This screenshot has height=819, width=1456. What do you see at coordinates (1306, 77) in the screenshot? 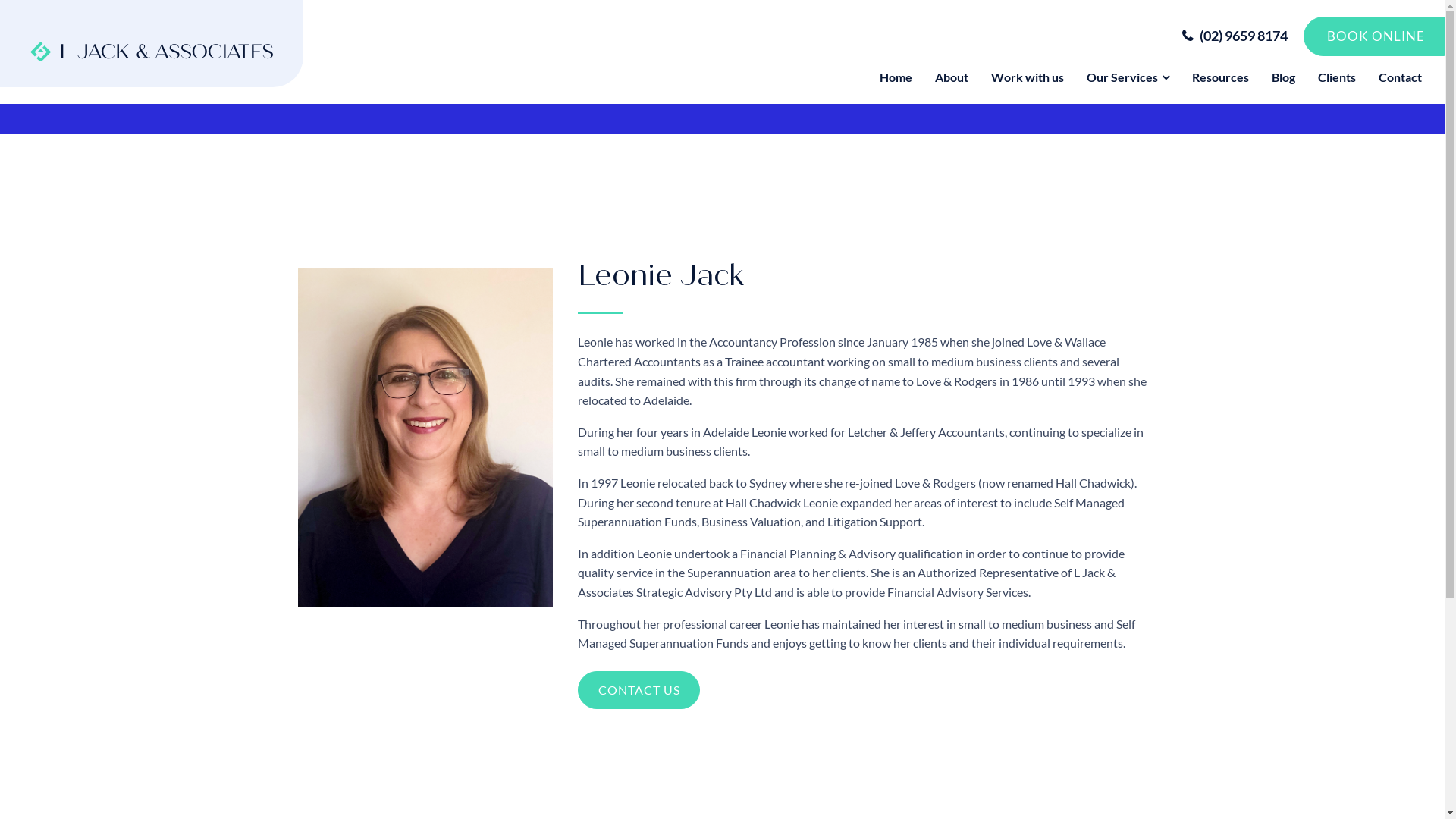
I see `'Clients'` at bounding box center [1306, 77].